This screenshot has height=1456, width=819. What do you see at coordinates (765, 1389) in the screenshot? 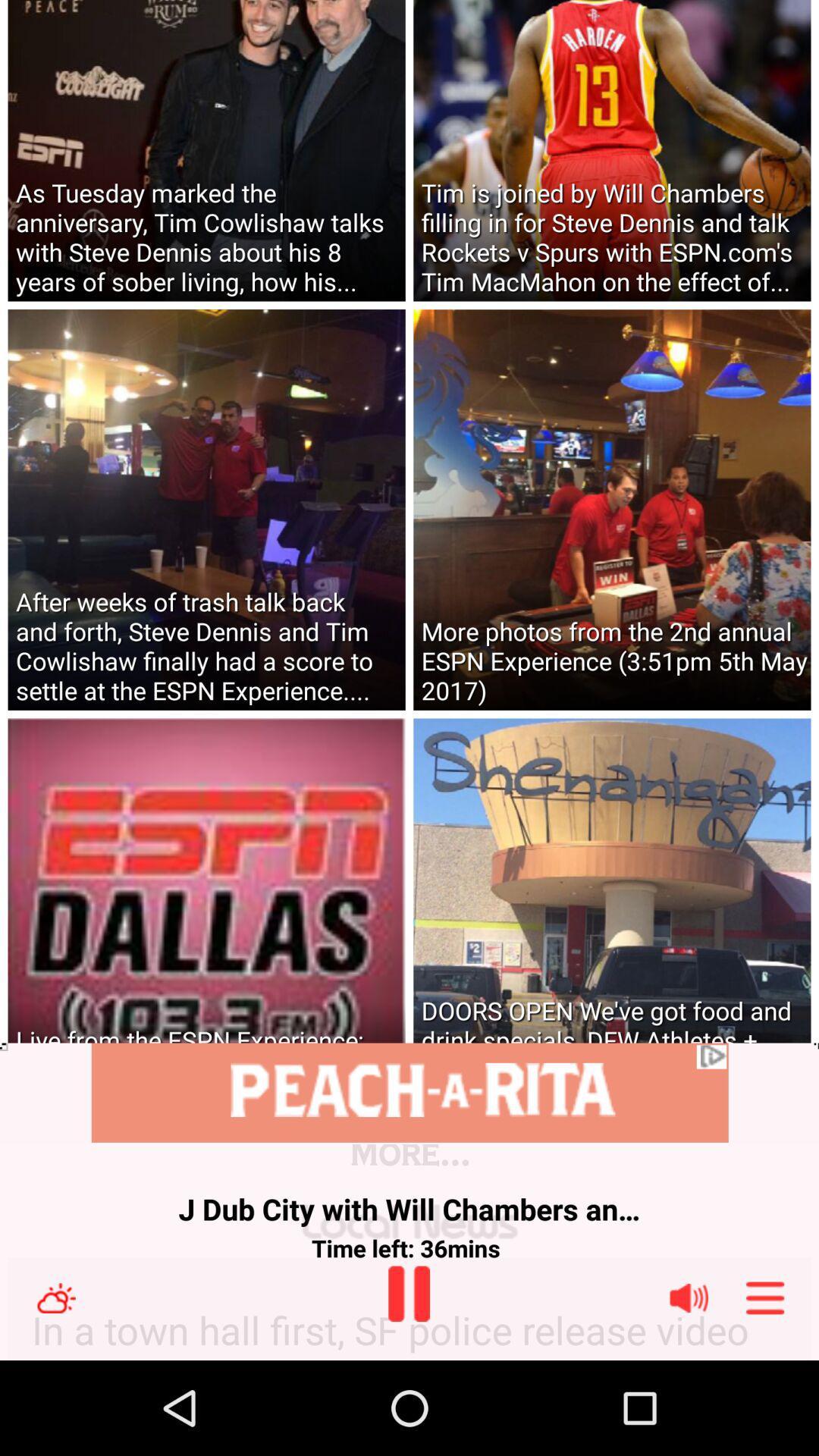
I see `the menu icon` at bounding box center [765, 1389].